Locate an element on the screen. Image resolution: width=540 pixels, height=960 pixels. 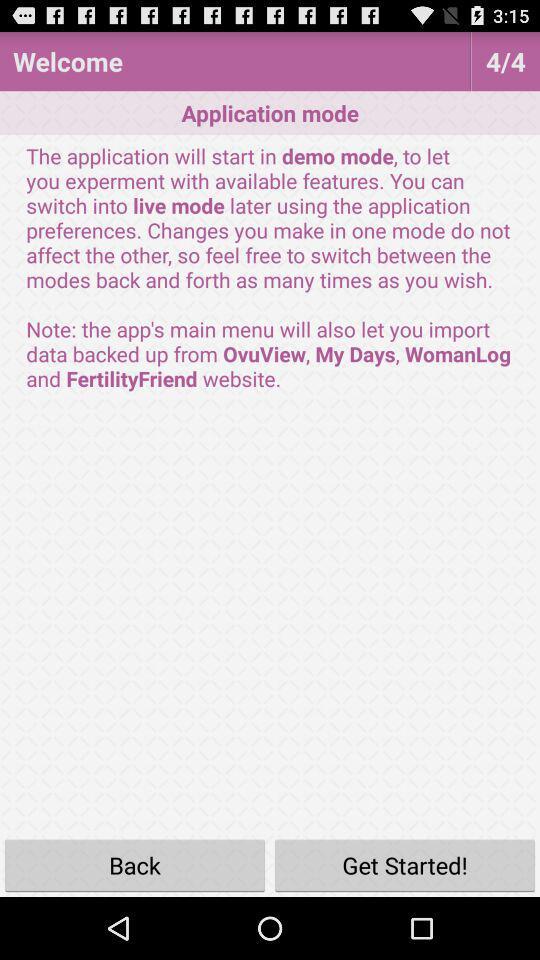
the icon next to the get started! is located at coordinates (135, 864).